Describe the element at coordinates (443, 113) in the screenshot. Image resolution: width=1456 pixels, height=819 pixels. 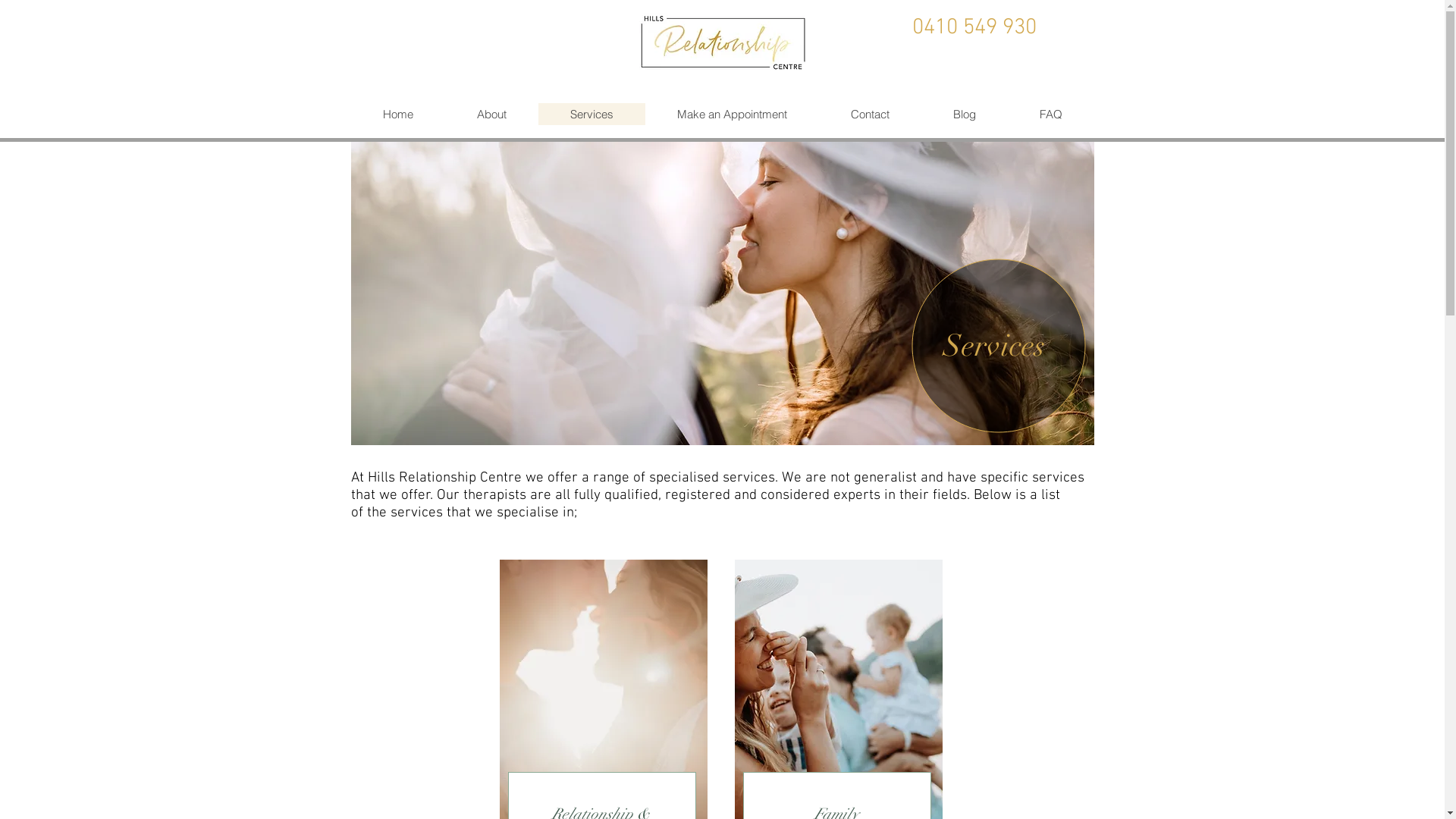
I see `'About'` at that location.